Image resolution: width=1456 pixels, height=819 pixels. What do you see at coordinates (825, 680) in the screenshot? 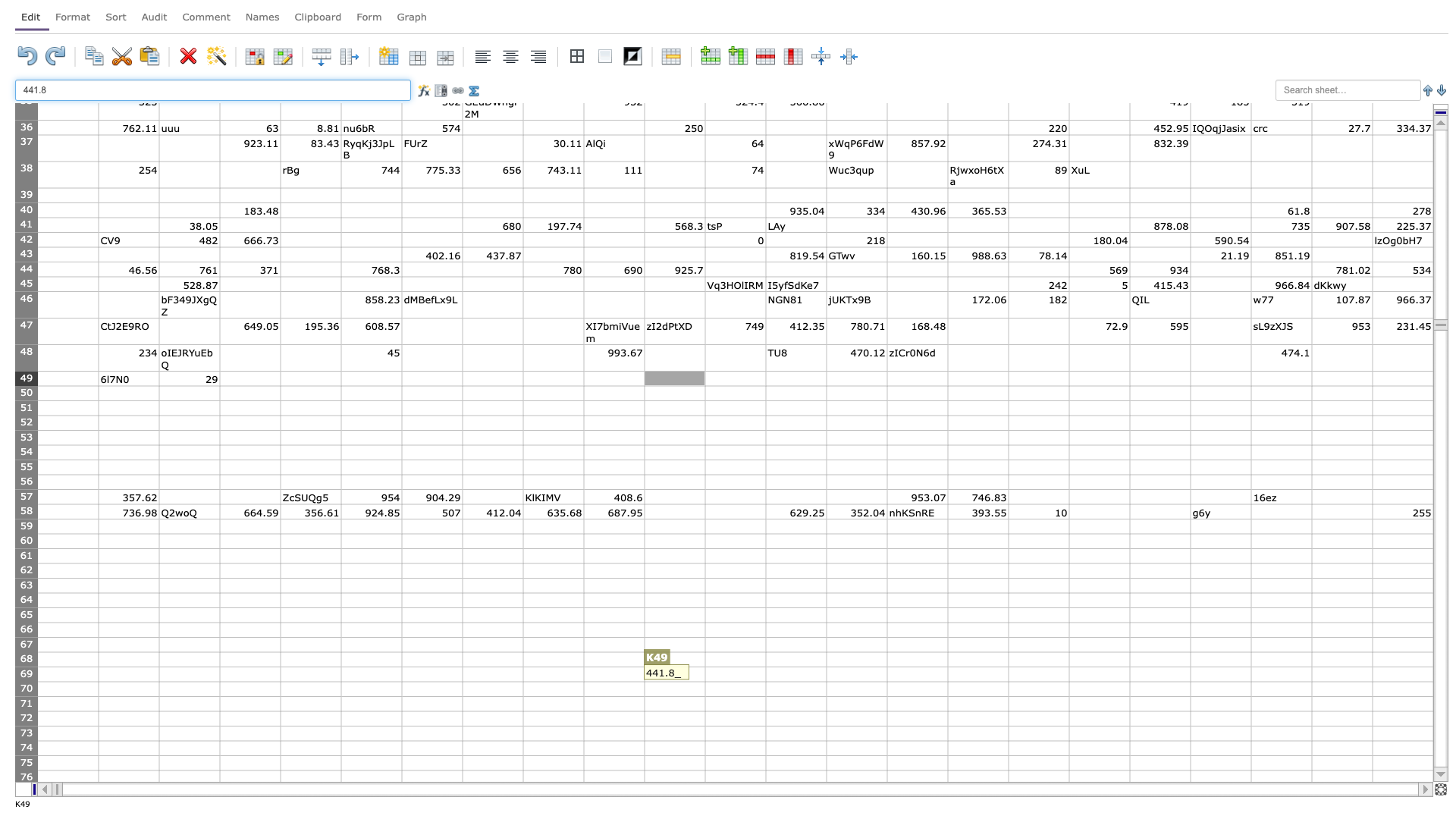
I see `Bottom right of cell M69` at bounding box center [825, 680].